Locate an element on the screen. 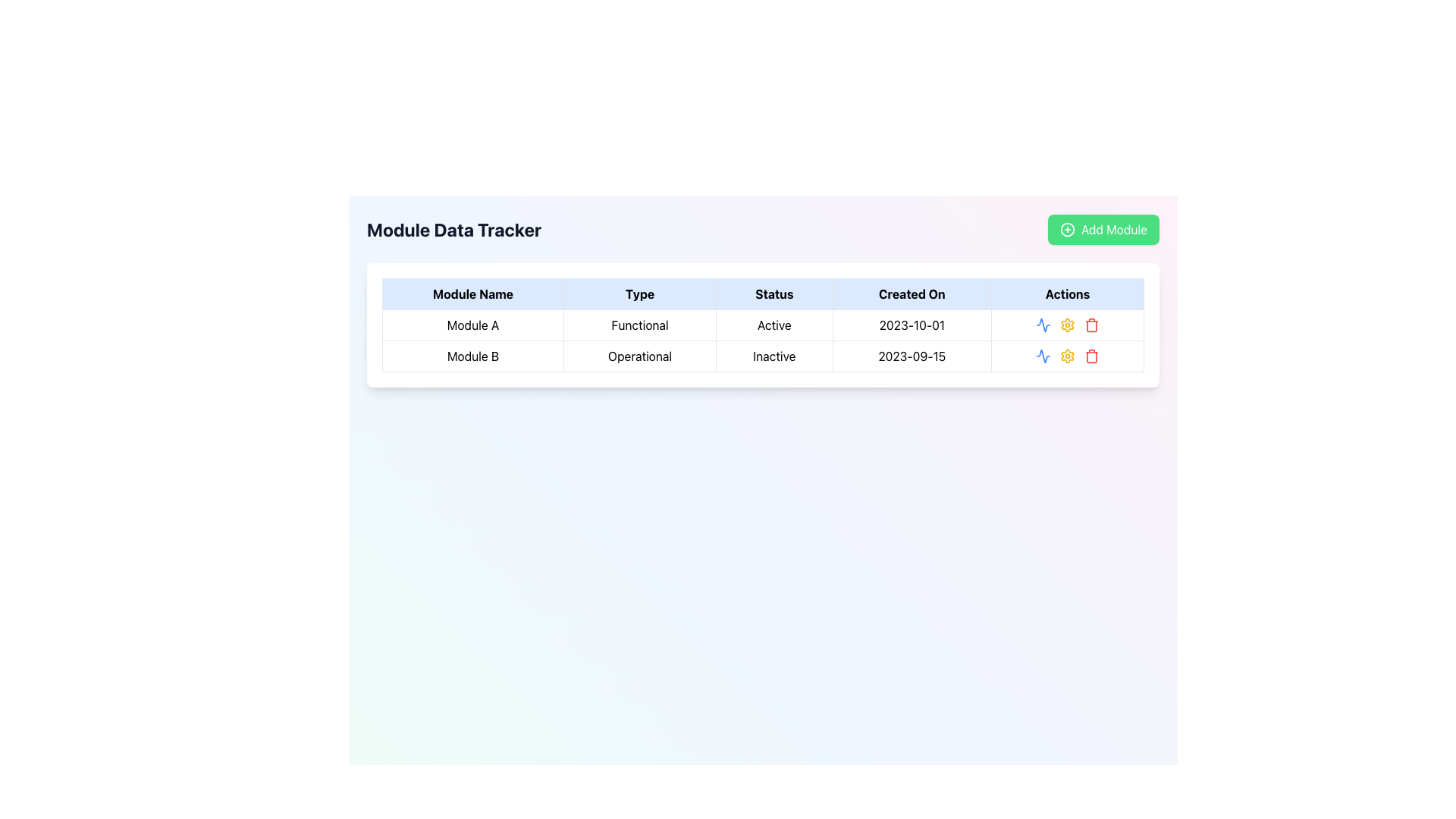 The height and width of the screenshot is (819, 1456). the first header cell of the table, which indicates the column for module names in the 'Module Data Tracker' interface is located at coordinates (472, 294).